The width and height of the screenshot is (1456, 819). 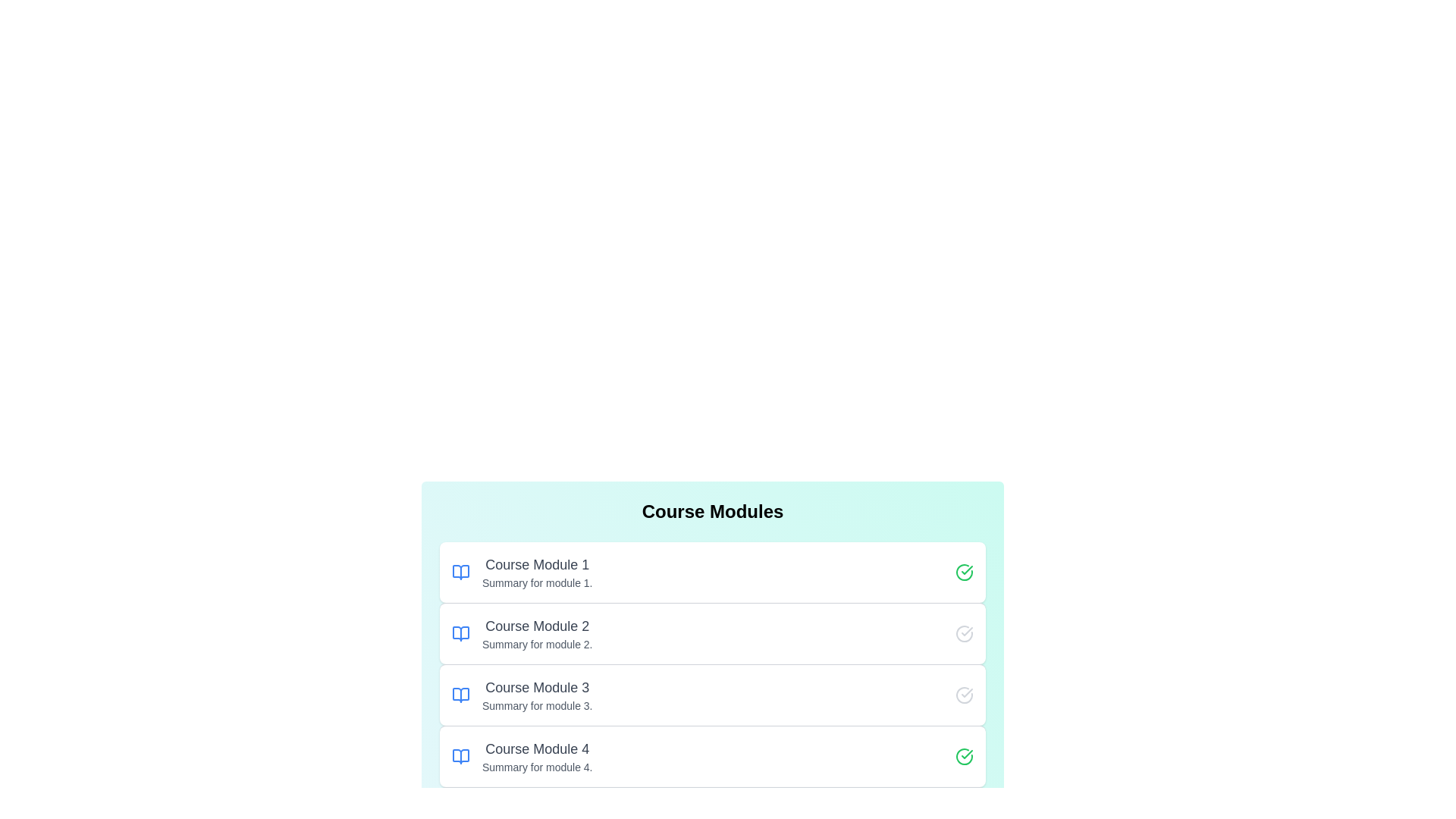 I want to click on the module titled Course Module 3 to read its description, so click(x=712, y=695).